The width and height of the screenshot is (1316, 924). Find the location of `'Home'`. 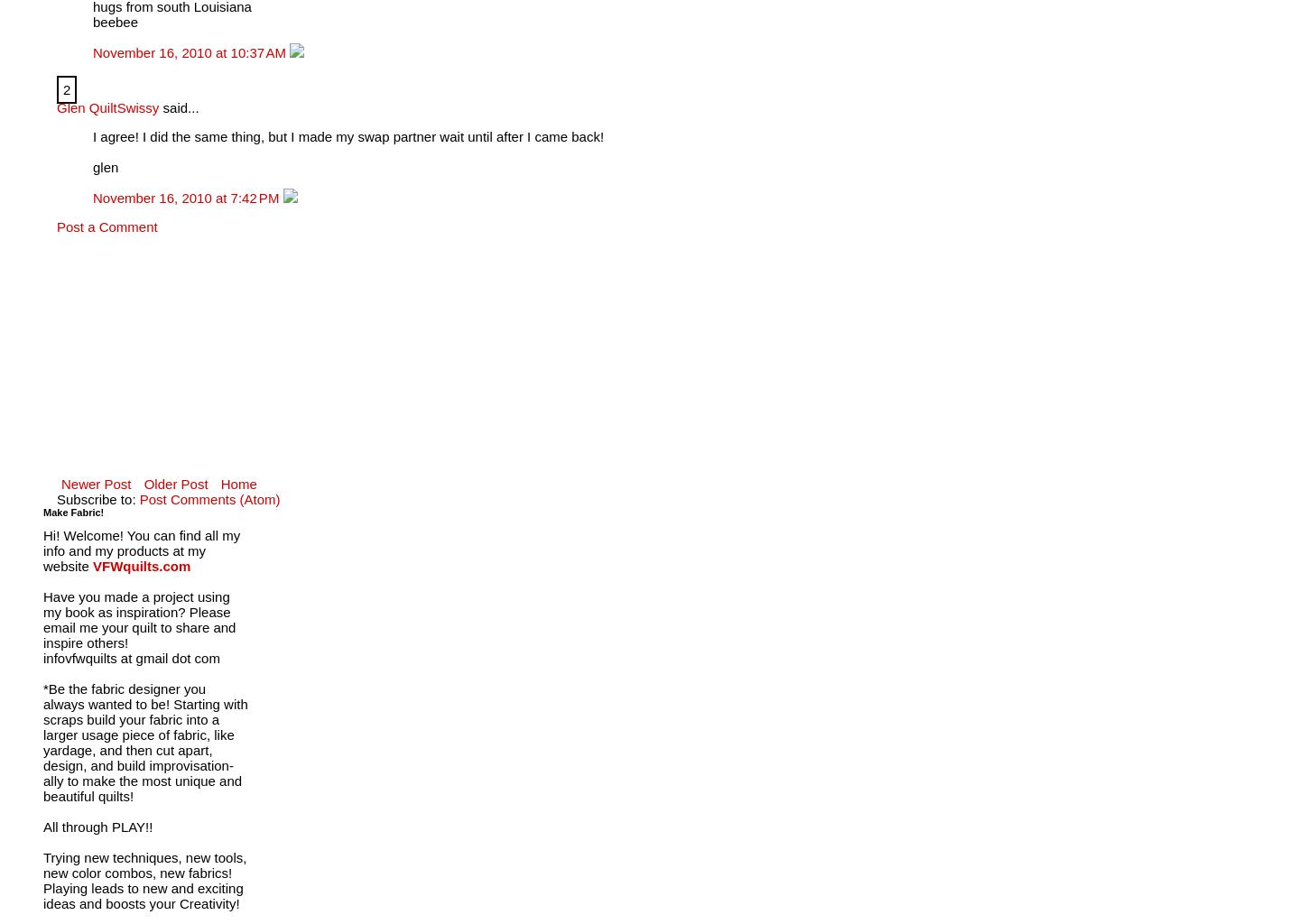

'Home' is located at coordinates (237, 483).